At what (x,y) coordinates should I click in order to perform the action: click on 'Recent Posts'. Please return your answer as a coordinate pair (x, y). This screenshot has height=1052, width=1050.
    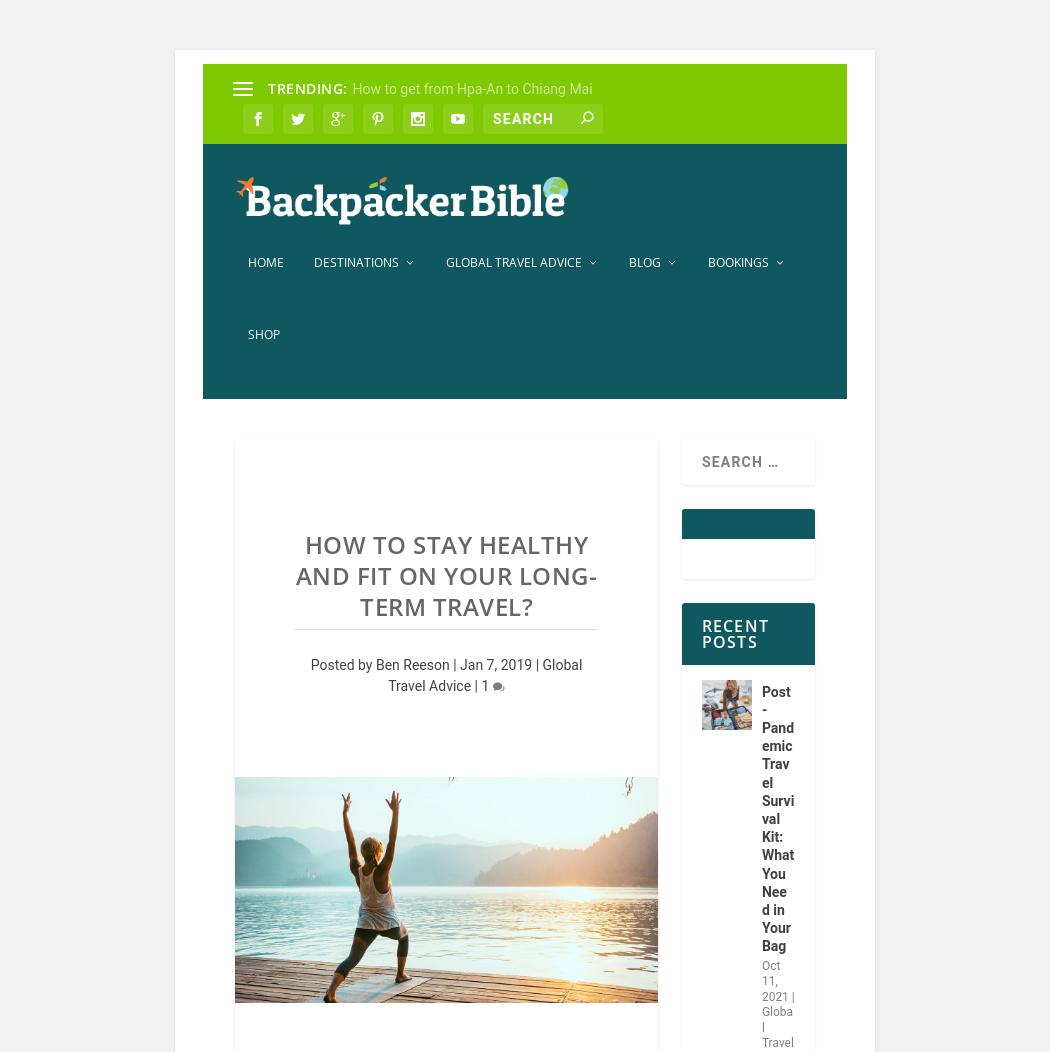
    Looking at the image, I should click on (700, 646).